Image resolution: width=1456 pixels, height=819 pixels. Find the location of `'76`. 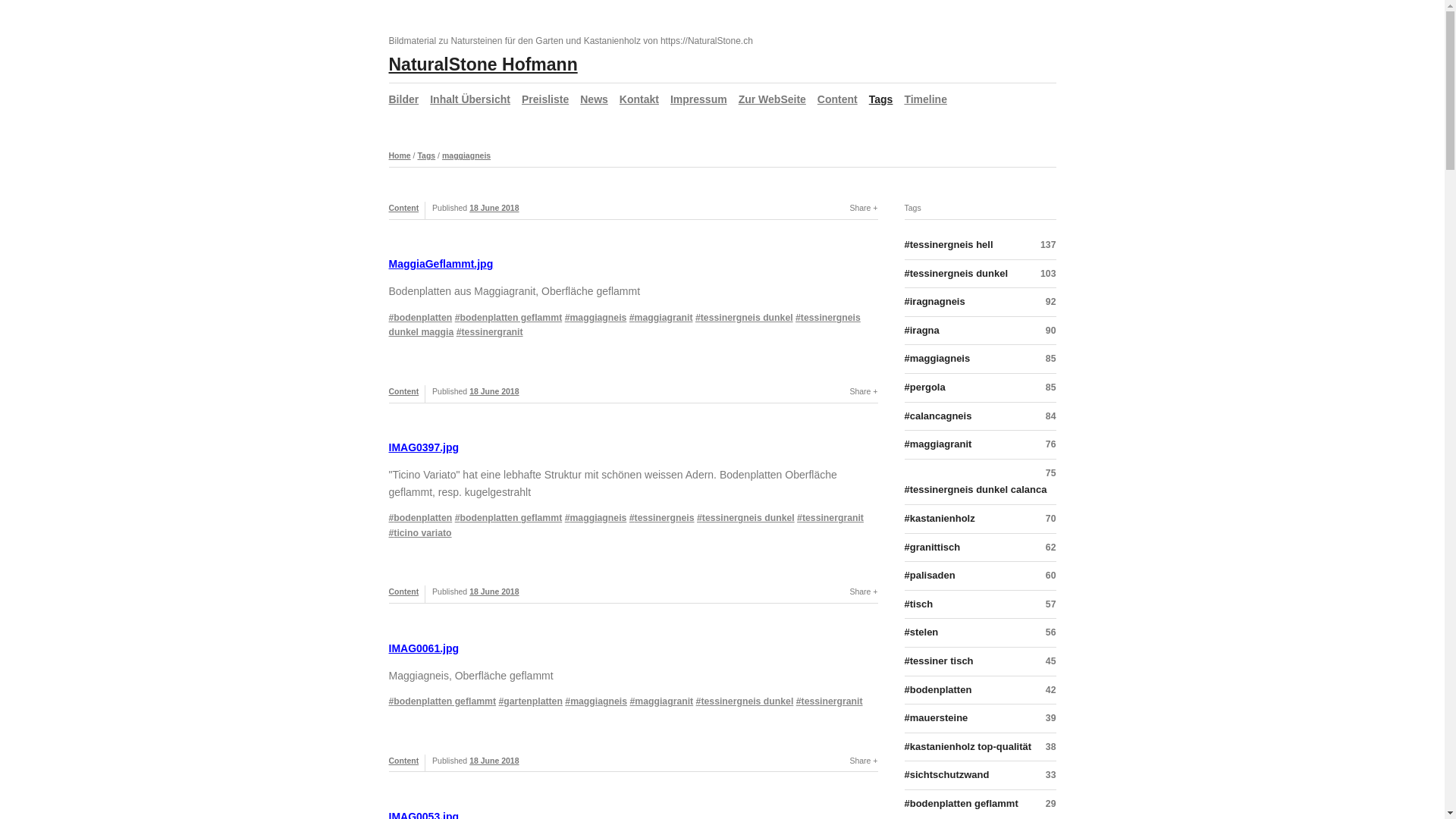

'76 is located at coordinates (979, 444).